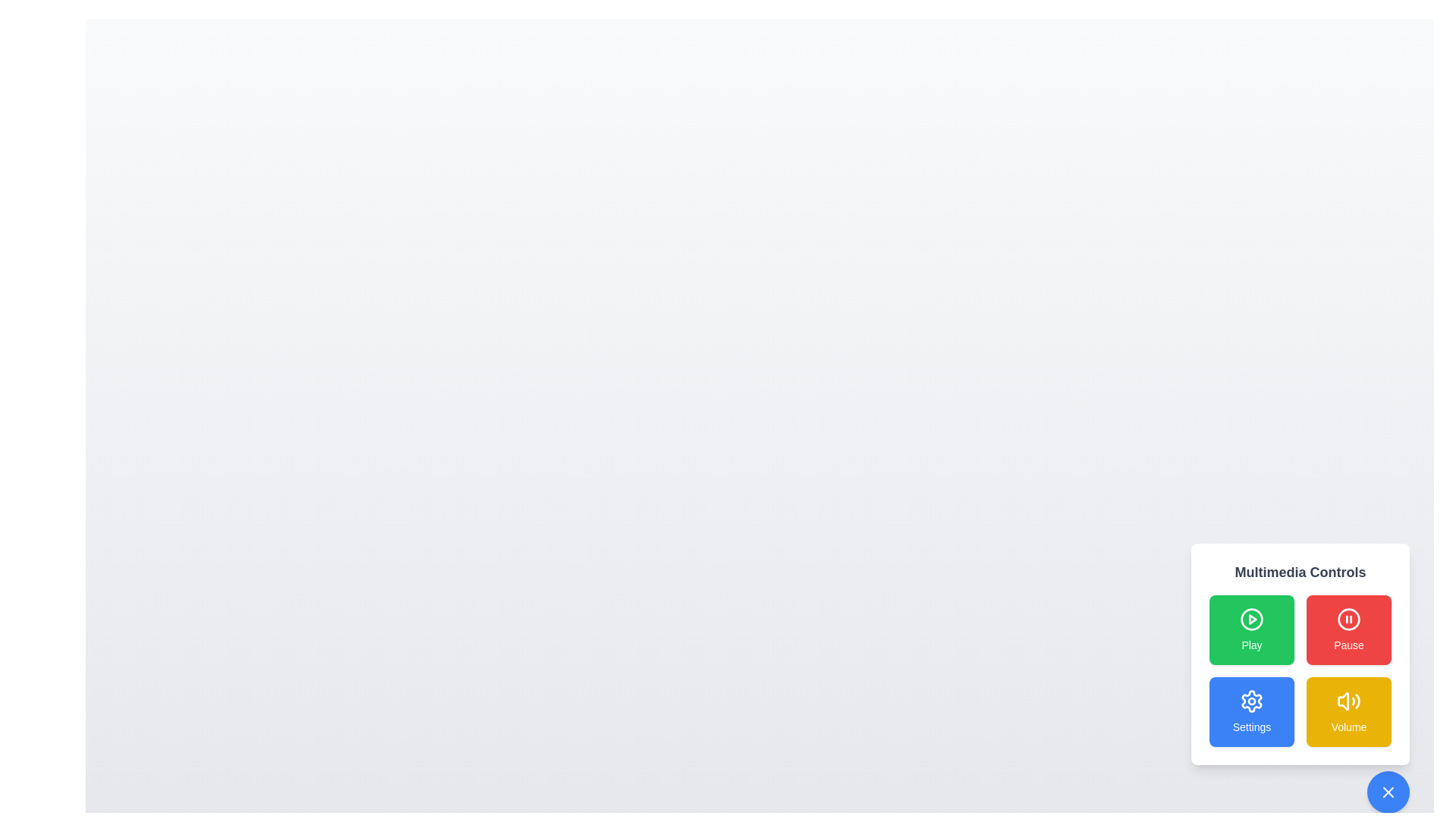 The width and height of the screenshot is (1456, 819). I want to click on the green 'Play' button with white text and a play icon, so click(1252, 629).